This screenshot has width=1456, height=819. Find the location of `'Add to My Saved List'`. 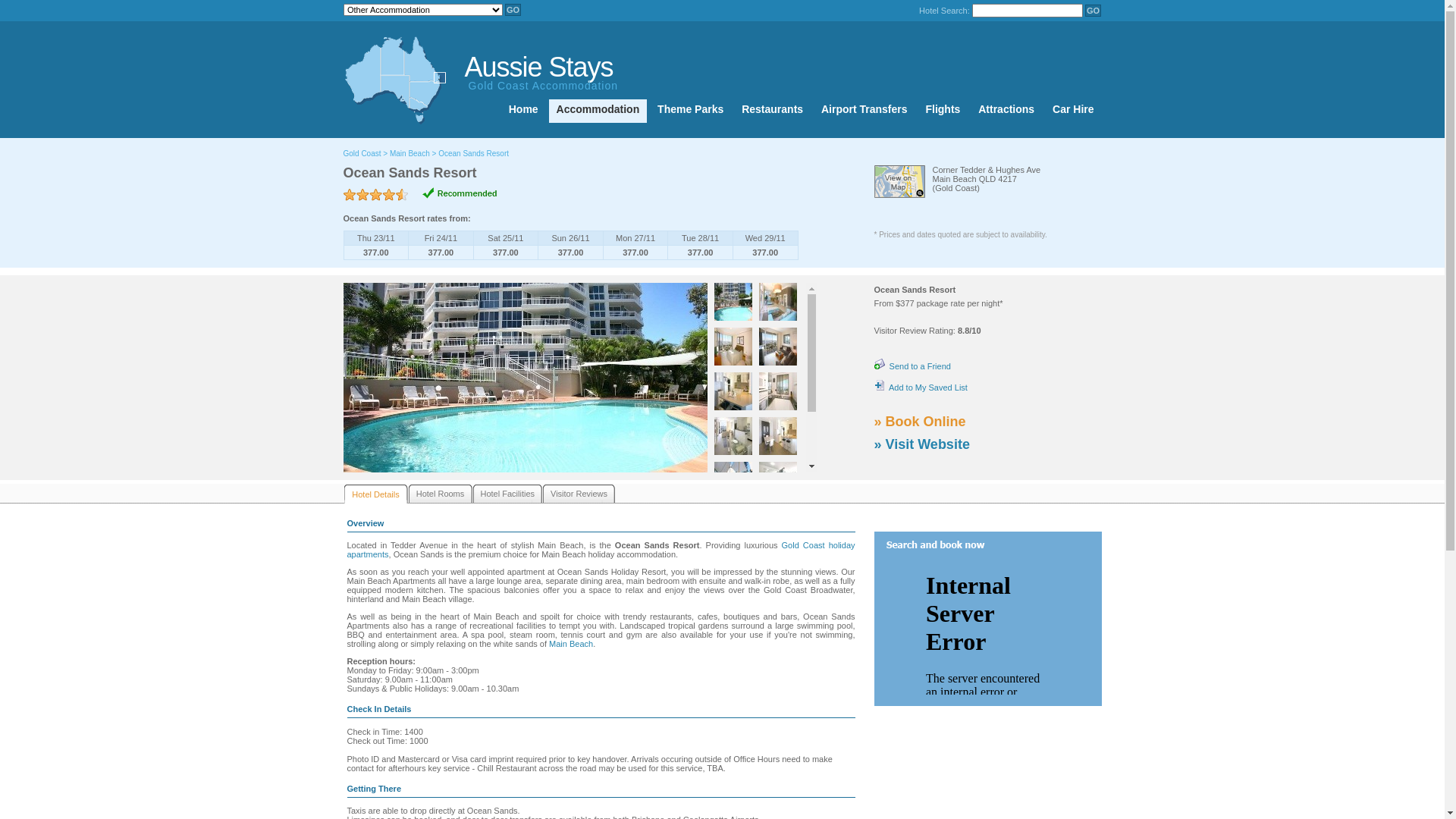

'Add to My Saved List' is located at coordinates (919, 386).